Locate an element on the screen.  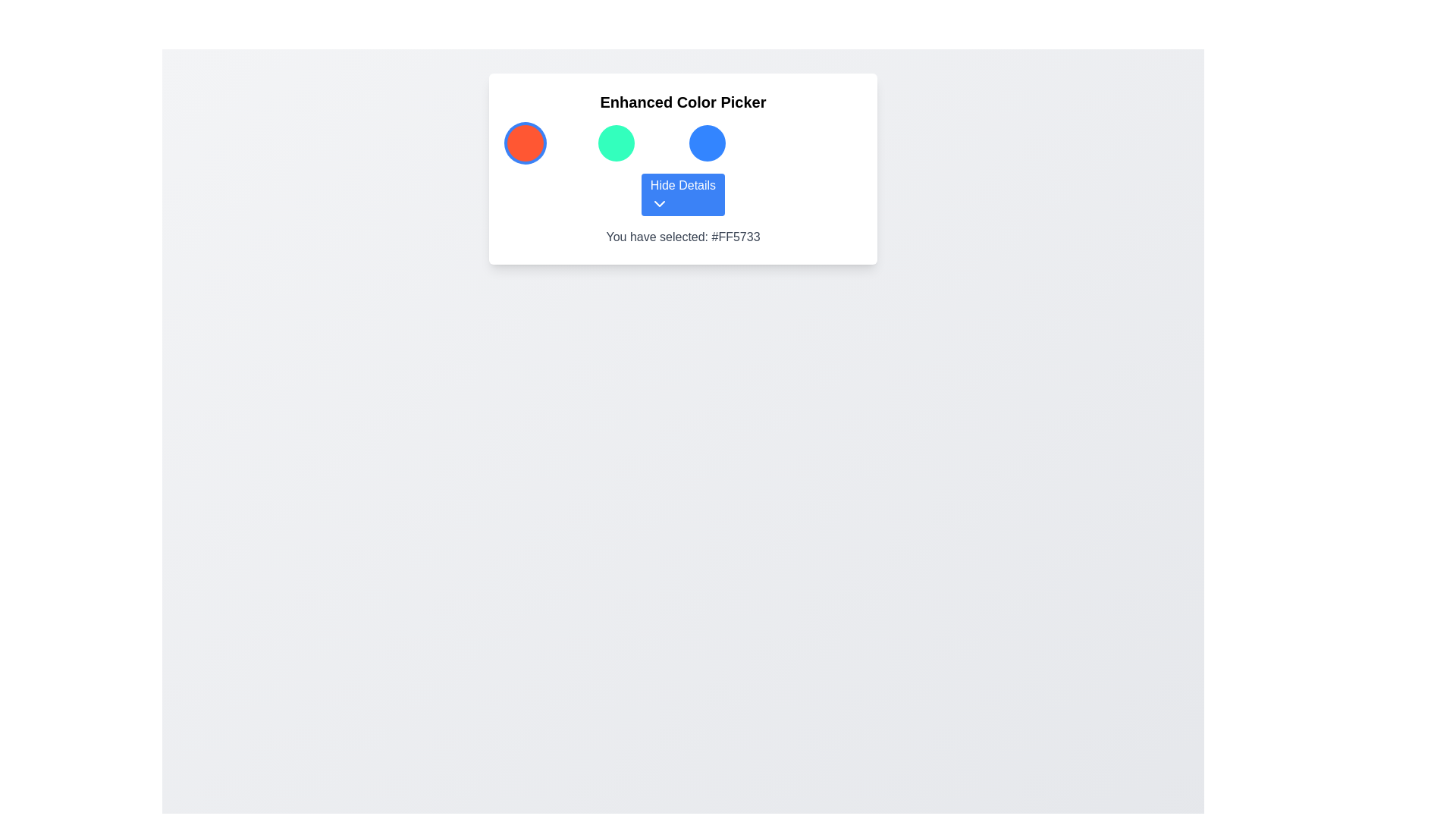
the downward-facing chevron icon located within the 'Hide Details' button is located at coordinates (659, 203).